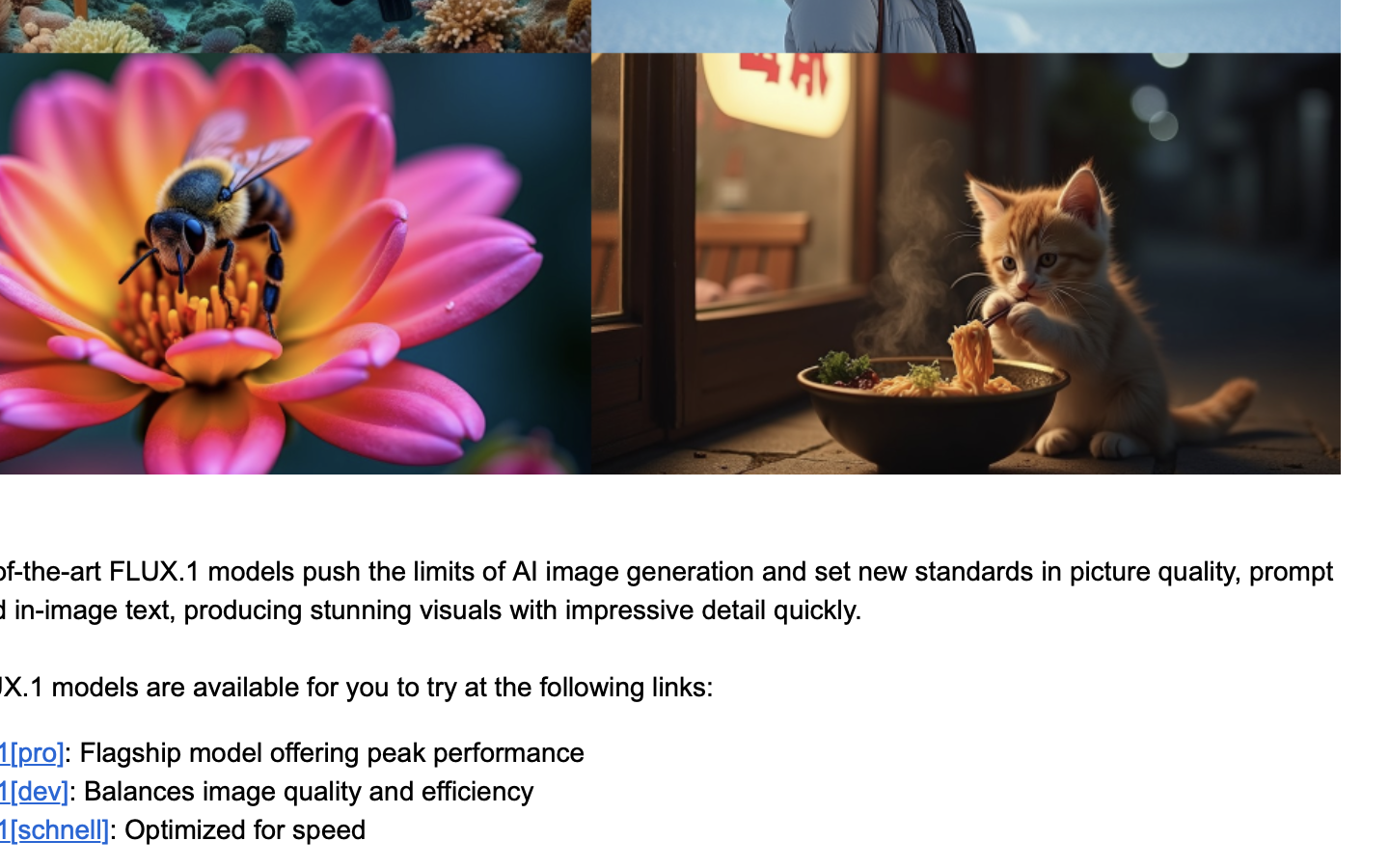 This screenshot has width=1389, height=868. Describe the element at coordinates (301, 790) in the screenshot. I see `': Balances image quality and efficiency'` at that location.